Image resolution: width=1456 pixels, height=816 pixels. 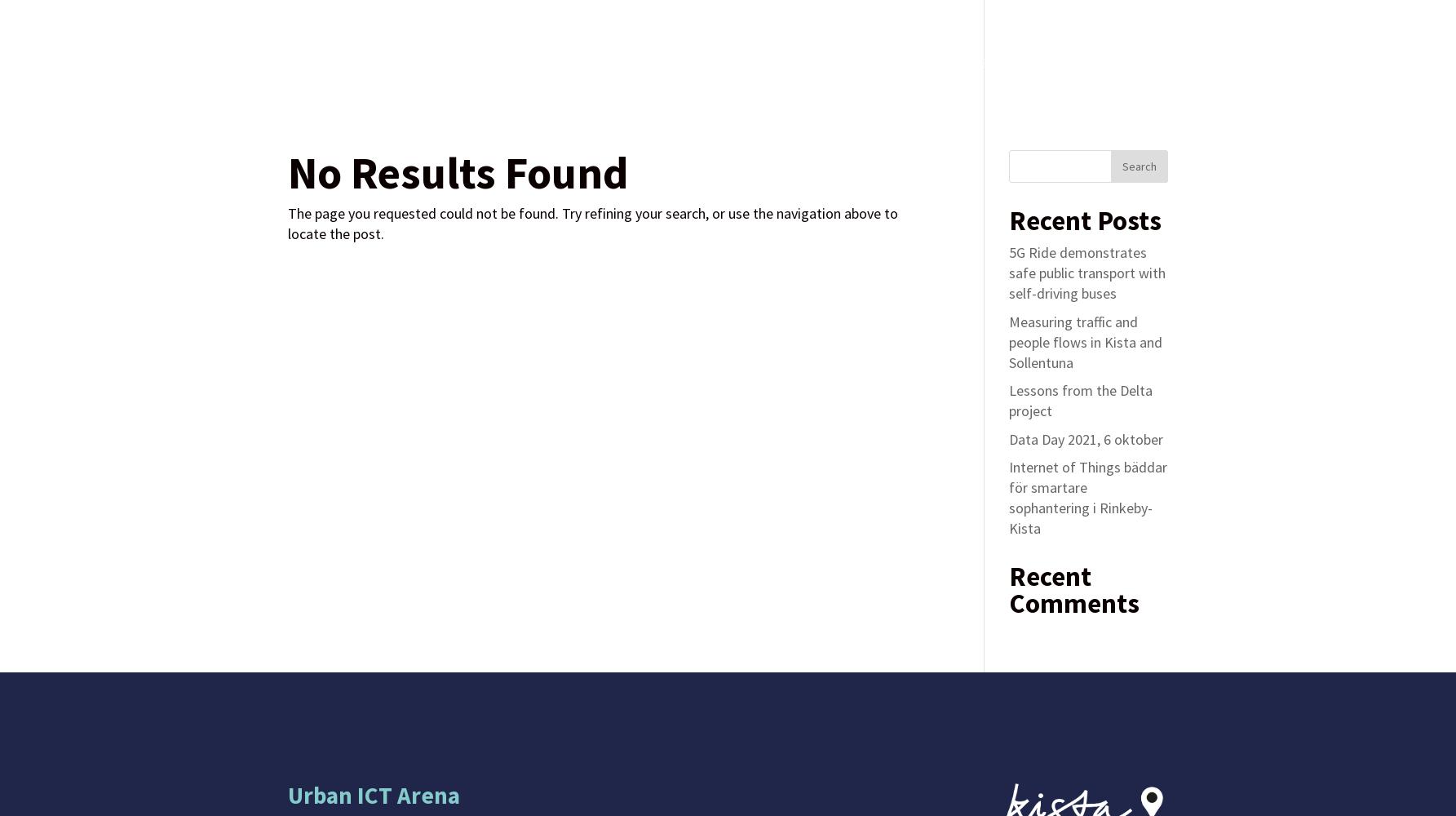 What do you see at coordinates (941, 62) in the screenshot?
I see `'News'` at bounding box center [941, 62].